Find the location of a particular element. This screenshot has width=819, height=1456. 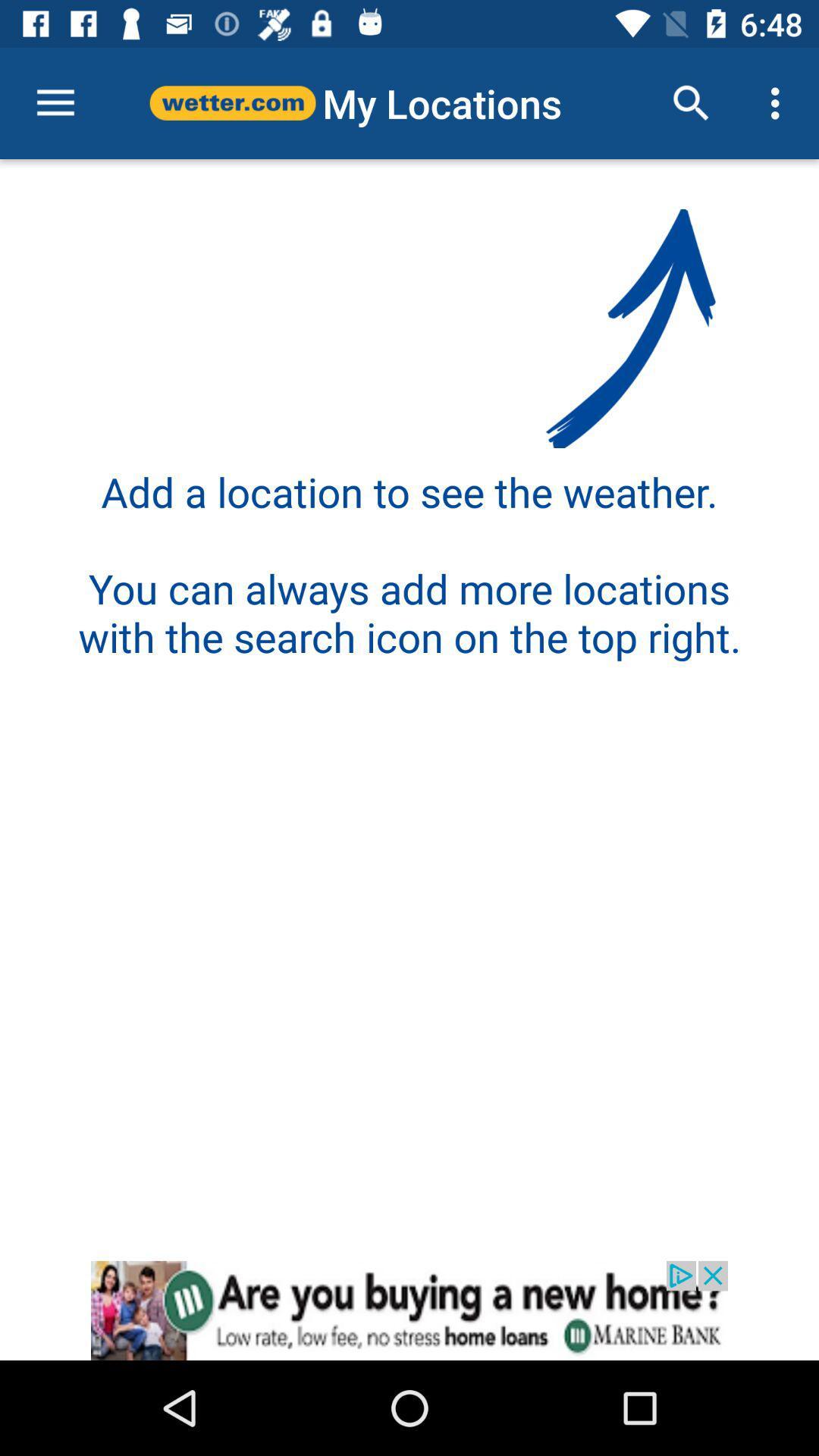

install different app is located at coordinates (409, 1310).